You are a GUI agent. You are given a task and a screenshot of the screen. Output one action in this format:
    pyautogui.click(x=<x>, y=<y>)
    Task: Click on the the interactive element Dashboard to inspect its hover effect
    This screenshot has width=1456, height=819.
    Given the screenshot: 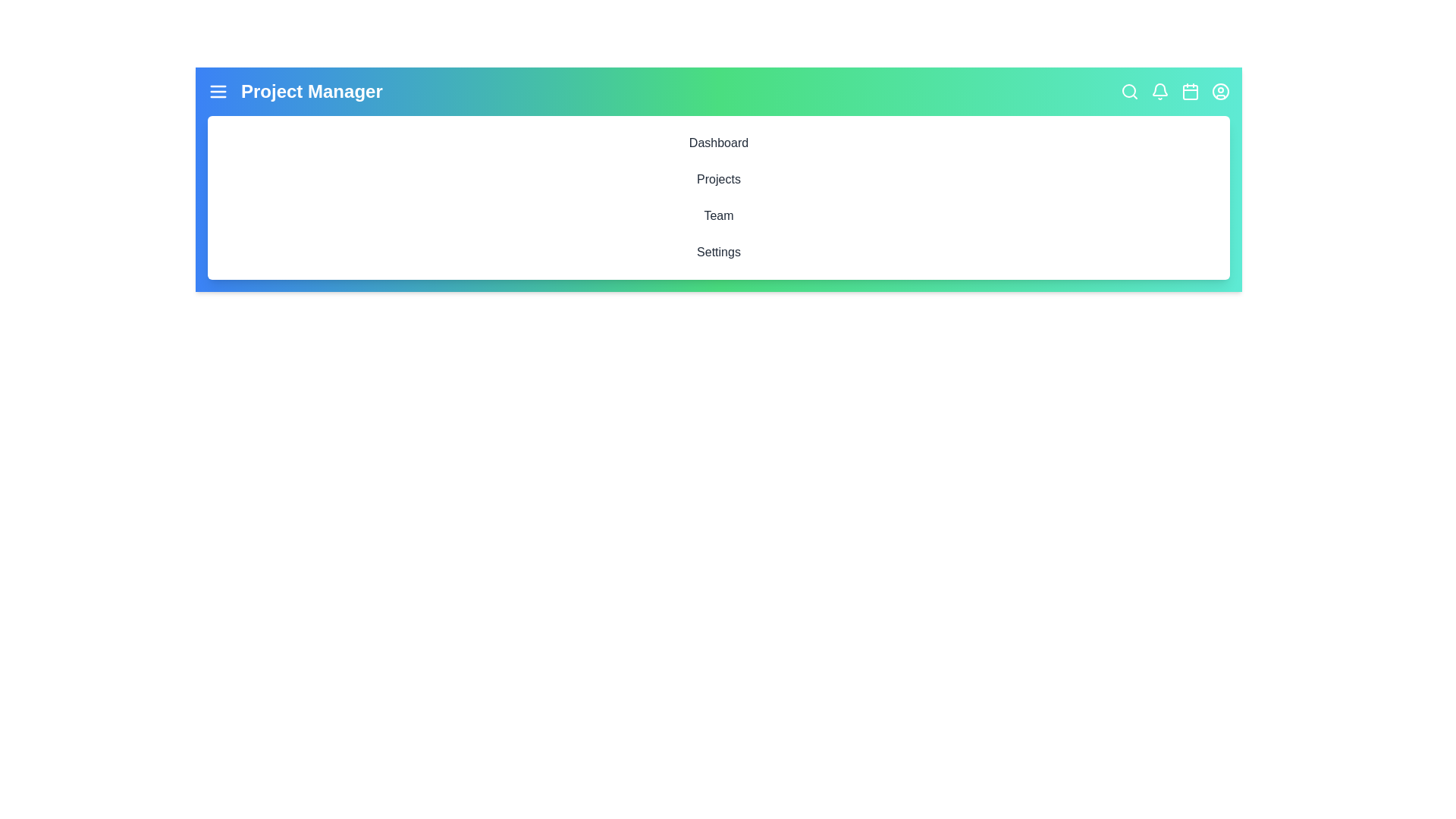 What is the action you would take?
    pyautogui.click(x=718, y=143)
    